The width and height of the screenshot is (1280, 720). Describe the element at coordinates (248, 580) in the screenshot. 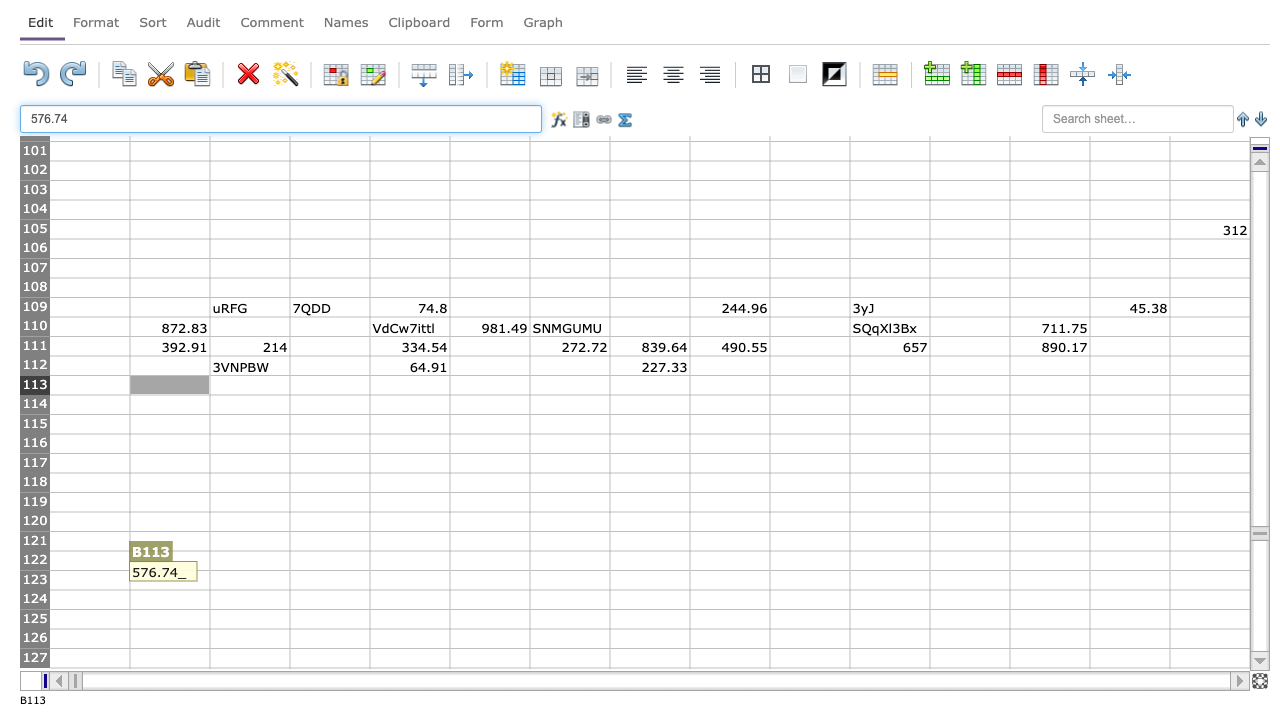

I see `Cell C-123` at that location.